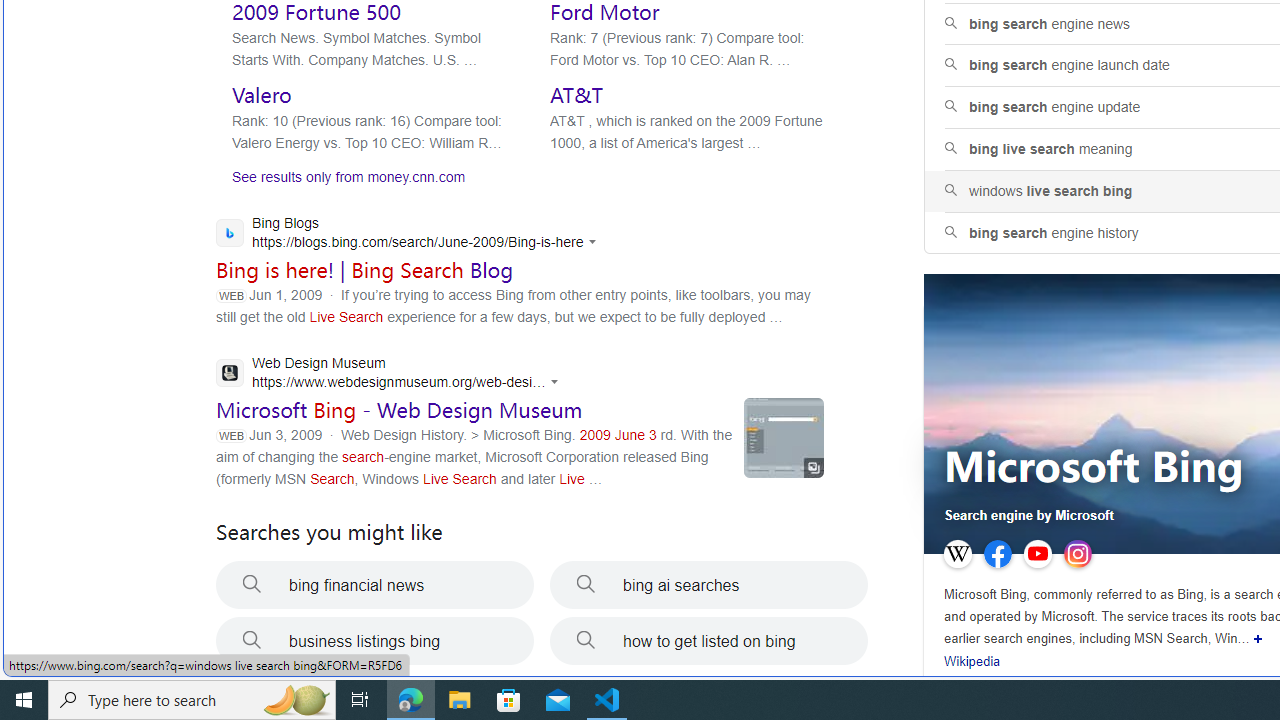 This screenshot has height=720, width=1280. Describe the element at coordinates (709, 641) in the screenshot. I see `'how to get listed on bing'` at that location.